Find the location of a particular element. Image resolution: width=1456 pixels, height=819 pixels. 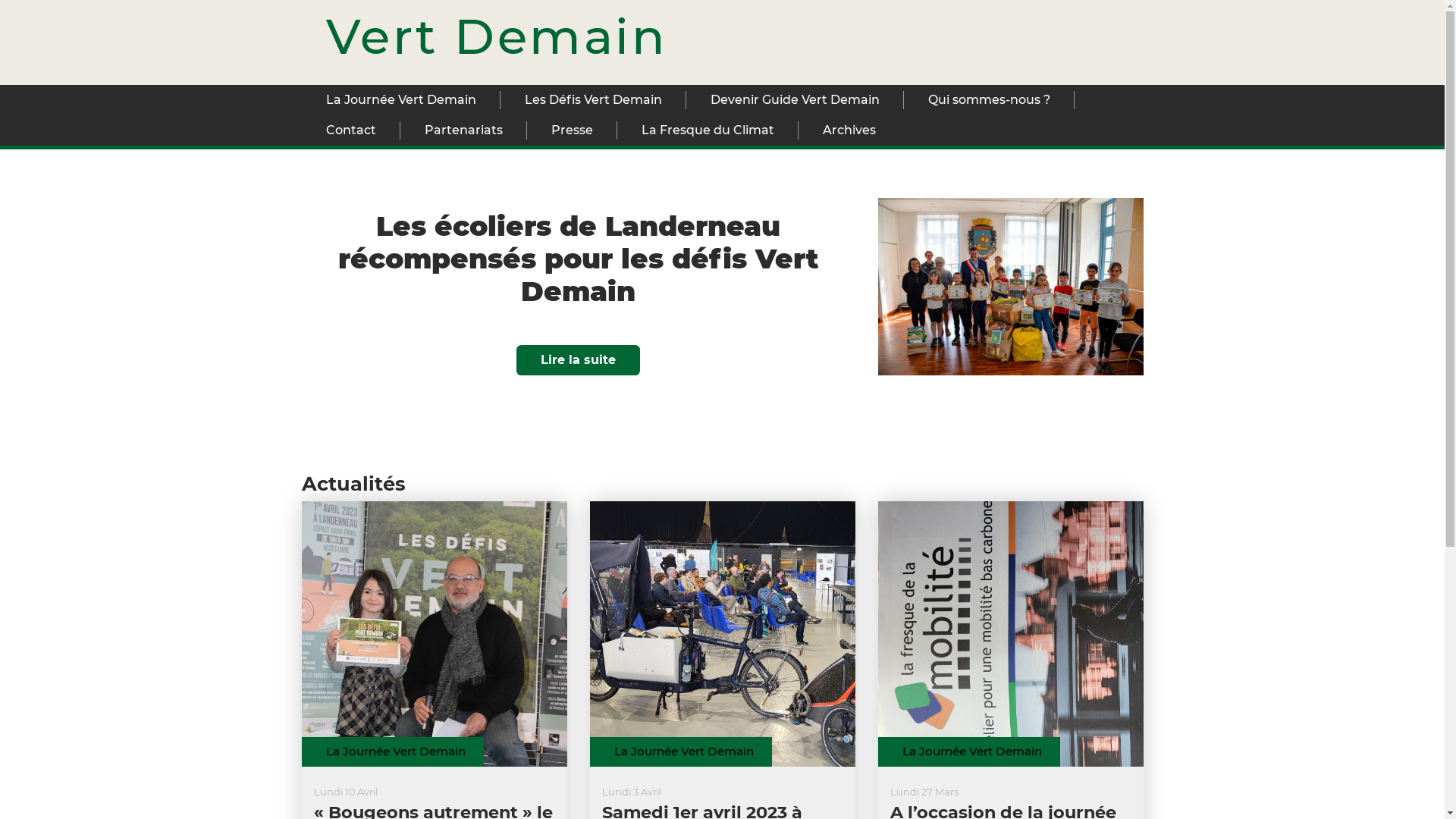

'Contact' is located at coordinates (302, 130).